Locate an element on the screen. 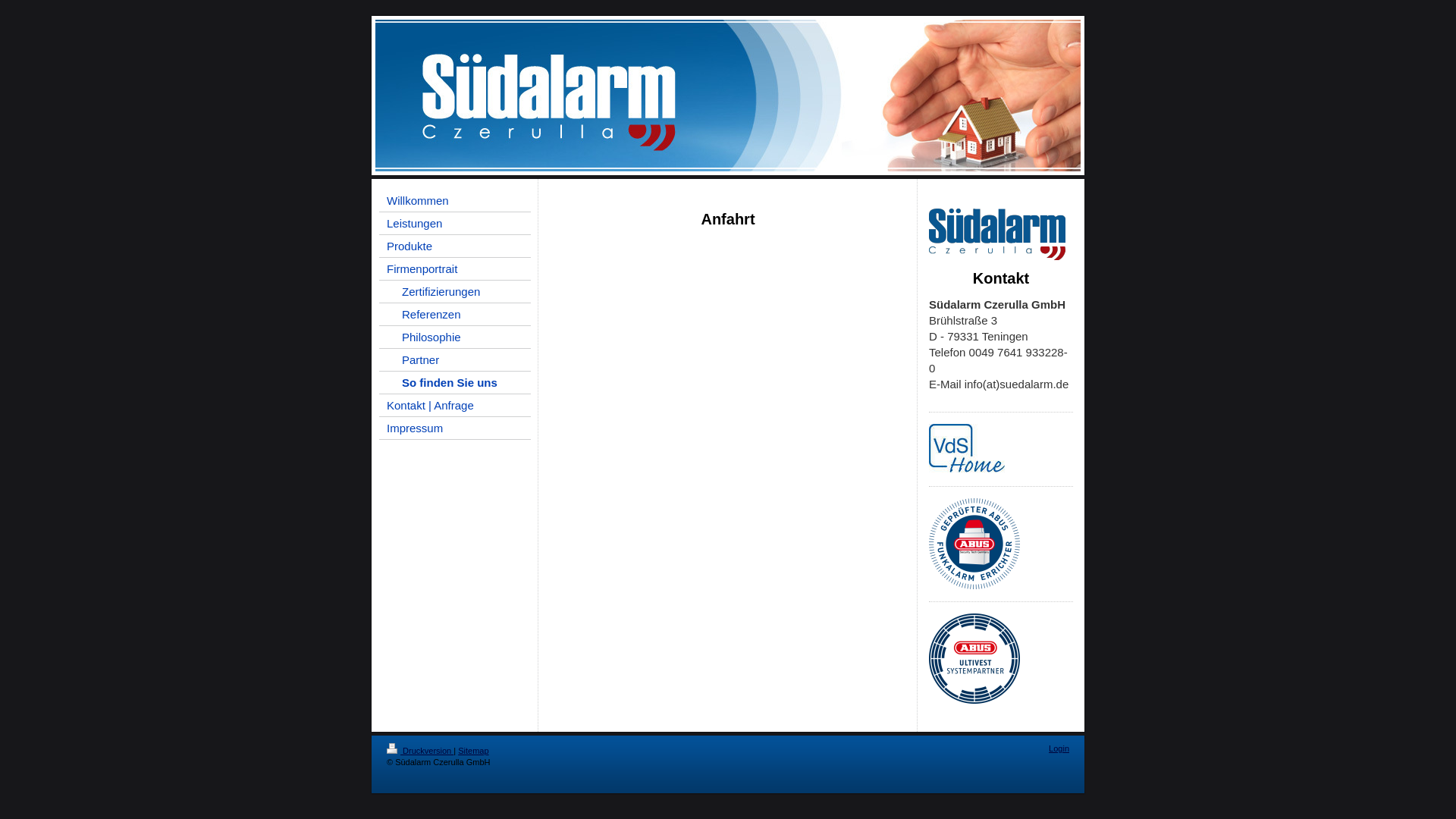 The height and width of the screenshot is (819, 1456). 'So finden Sie uns' is located at coordinates (454, 382).